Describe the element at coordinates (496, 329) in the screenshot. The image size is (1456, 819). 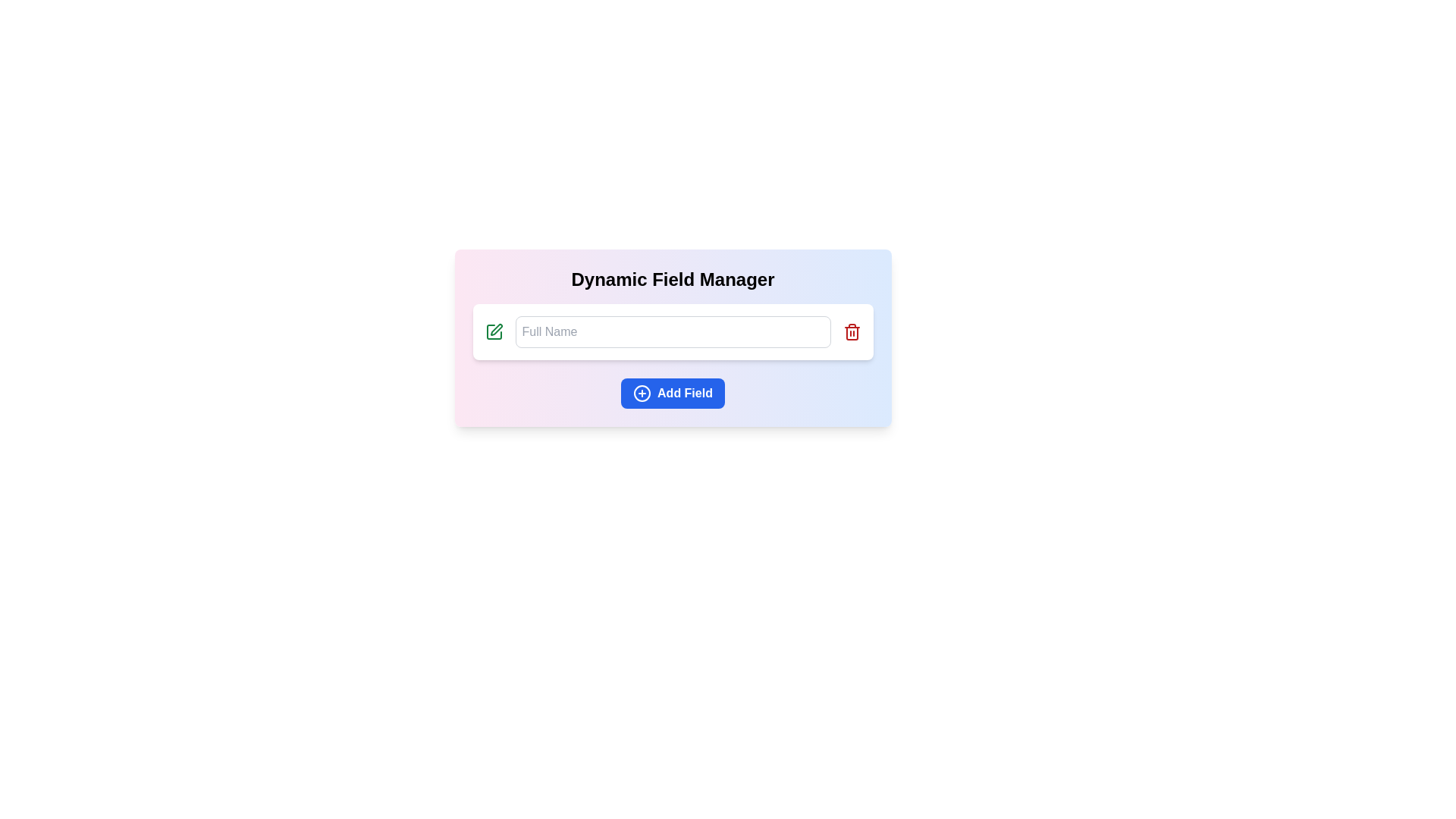
I see `the edit button icon located on the left side of the input field labelled 'Full Name'` at that location.